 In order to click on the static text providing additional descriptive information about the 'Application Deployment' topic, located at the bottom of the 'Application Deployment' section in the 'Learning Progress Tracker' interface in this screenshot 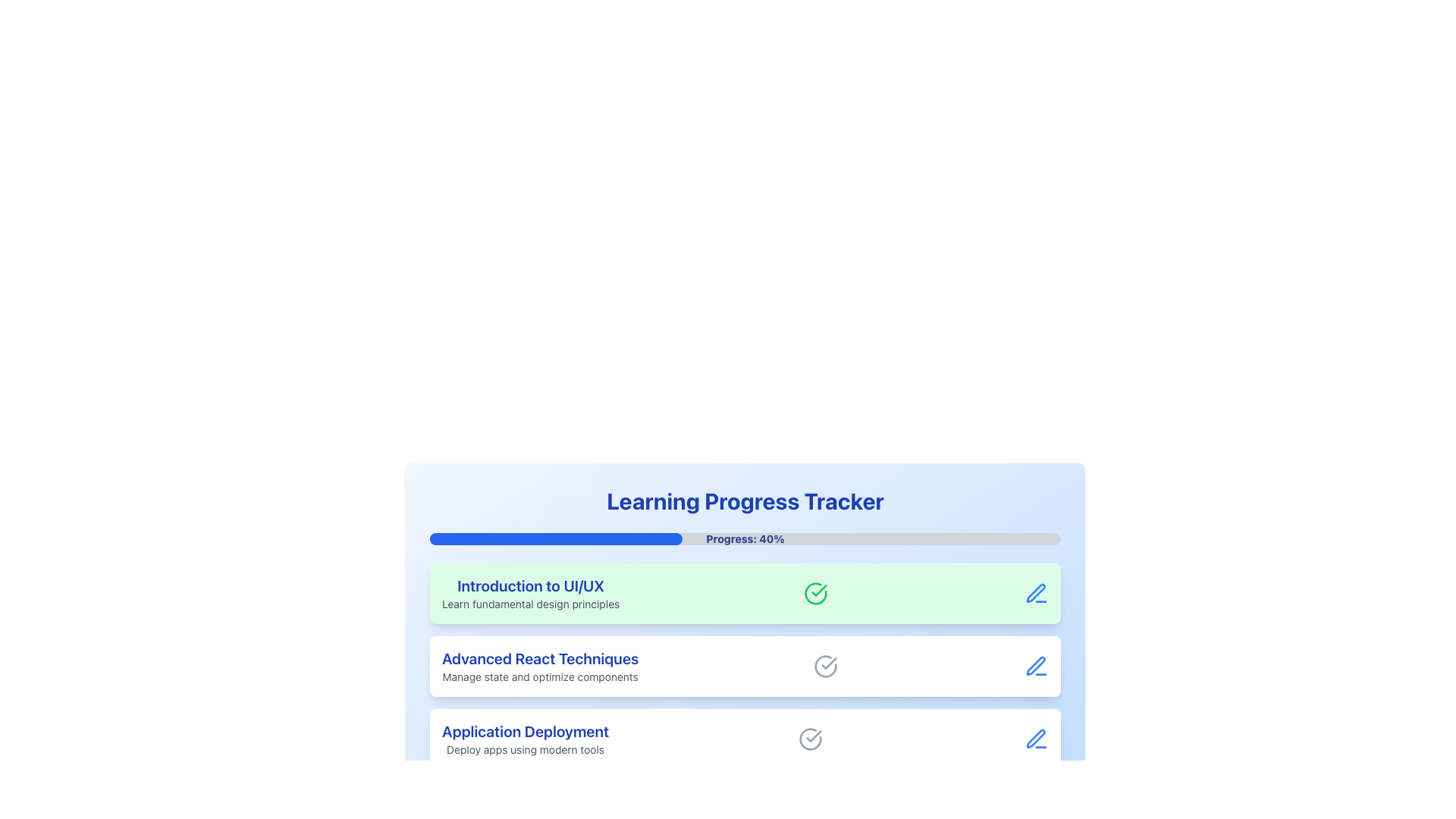, I will do `click(526, 748)`.